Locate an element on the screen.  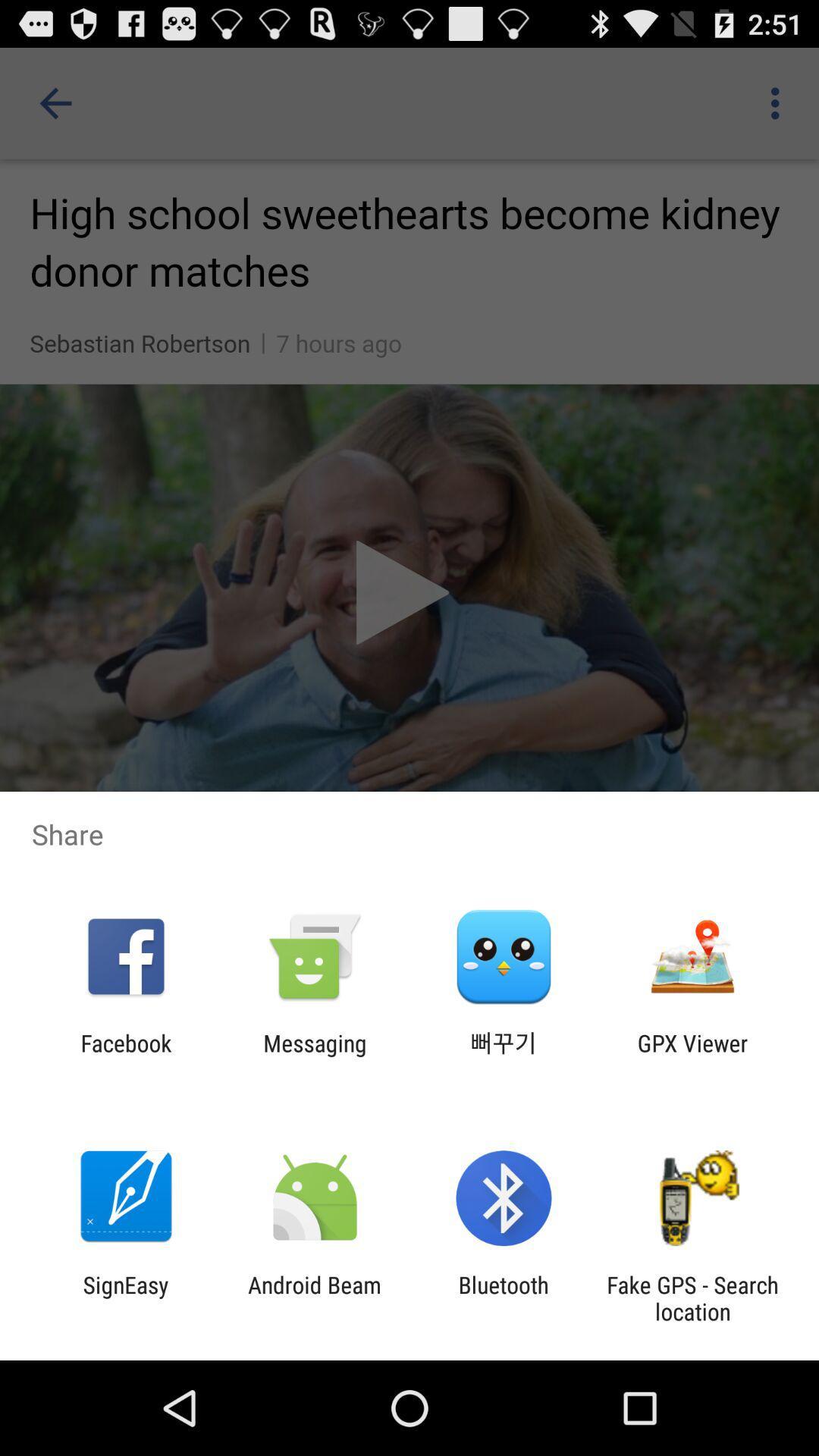
the gpx viewer icon is located at coordinates (692, 1056).